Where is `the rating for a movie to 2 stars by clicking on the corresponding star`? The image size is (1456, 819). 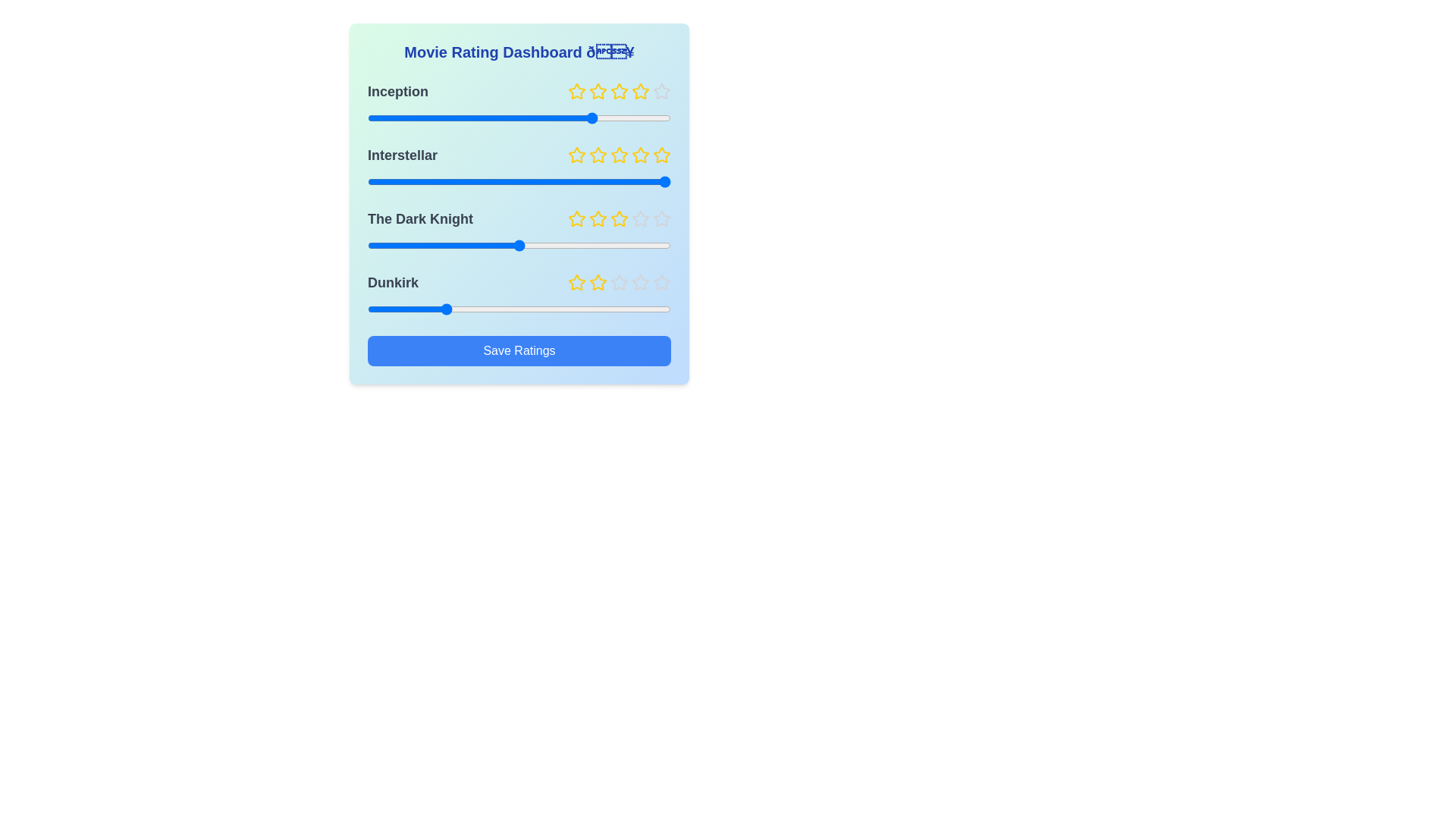 the rating for a movie to 2 stars by clicking on the corresponding star is located at coordinates (597, 91).